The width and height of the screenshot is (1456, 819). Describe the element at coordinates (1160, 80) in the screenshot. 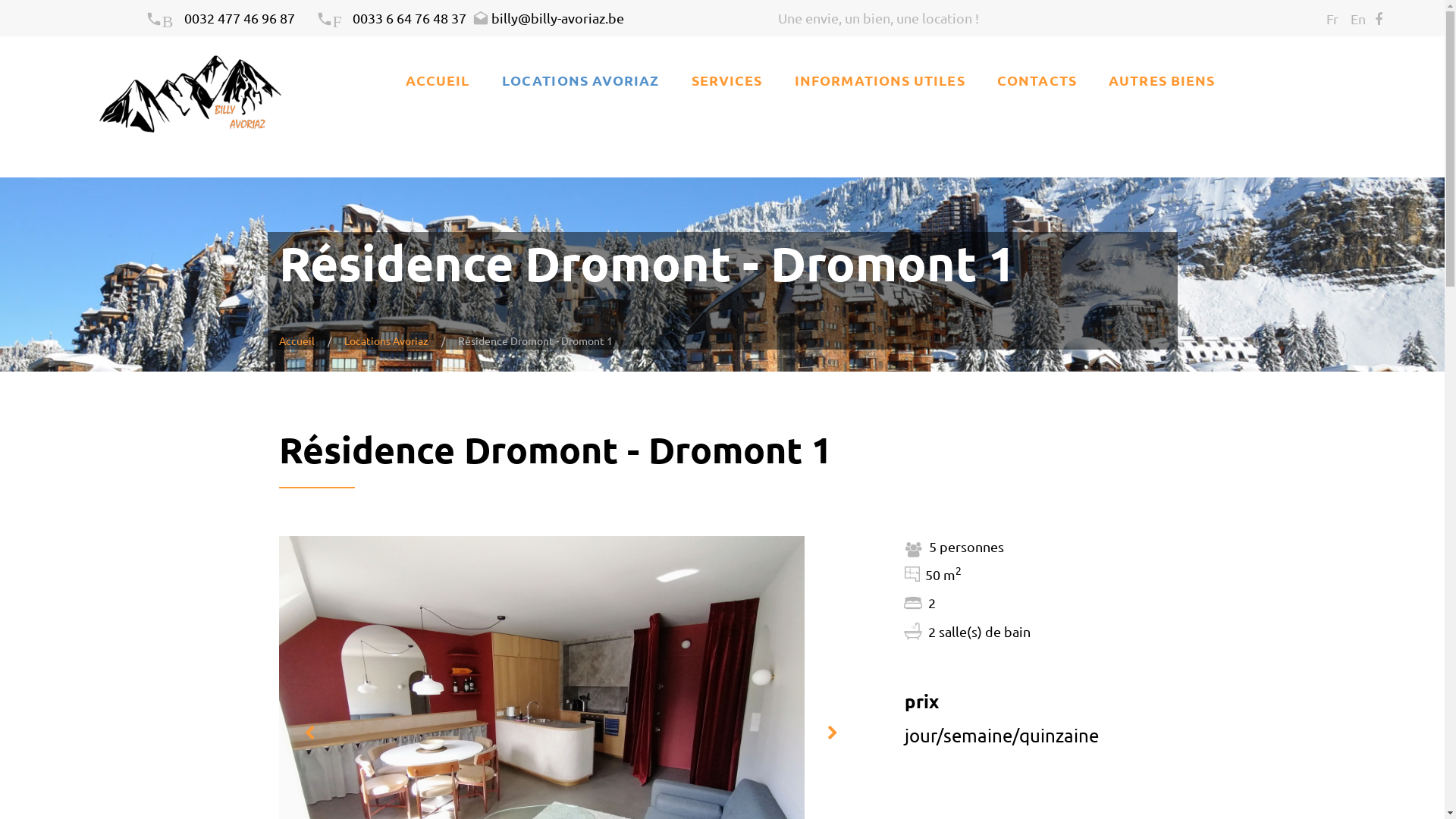

I see `'AUTRES BIENS'` at that location.